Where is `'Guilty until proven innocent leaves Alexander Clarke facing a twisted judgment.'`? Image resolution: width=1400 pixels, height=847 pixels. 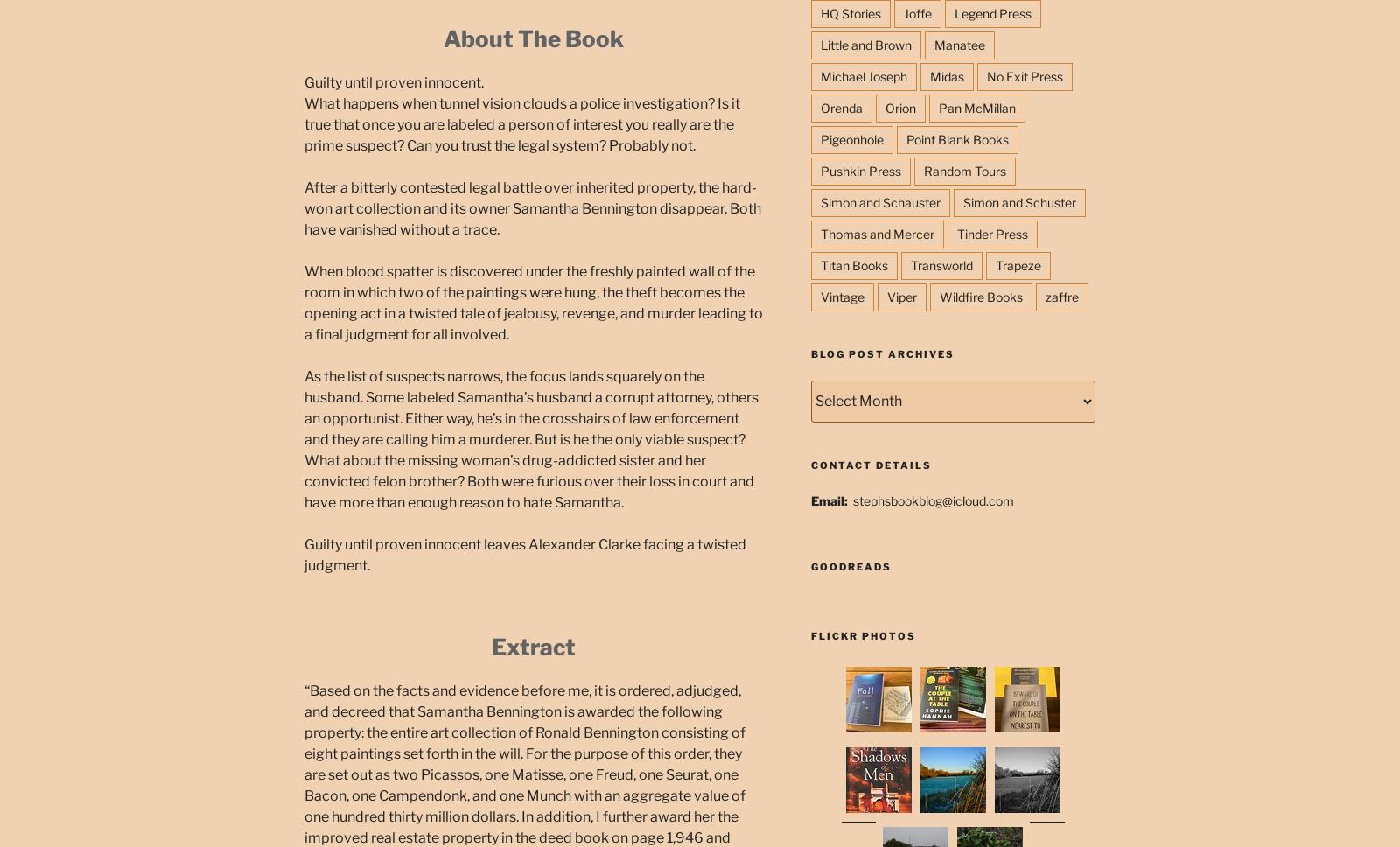
'Guilty until proven innocent leaves Alexander Clarke facing a twisted judgment.' is located at coordinates (524, 553).